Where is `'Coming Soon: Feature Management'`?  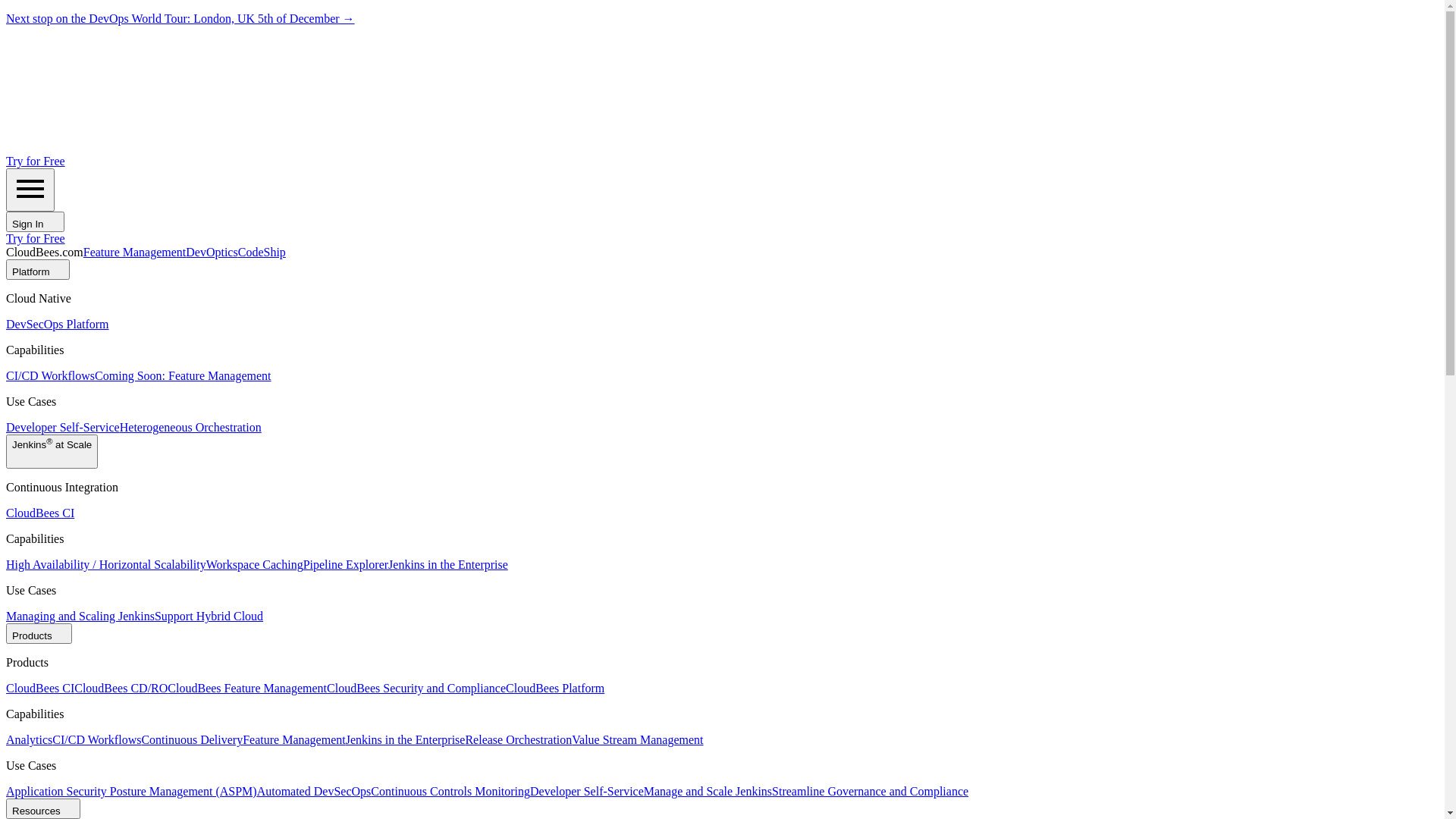 'Coming Soon: Feature Management' is located at coordinates (182, 375).